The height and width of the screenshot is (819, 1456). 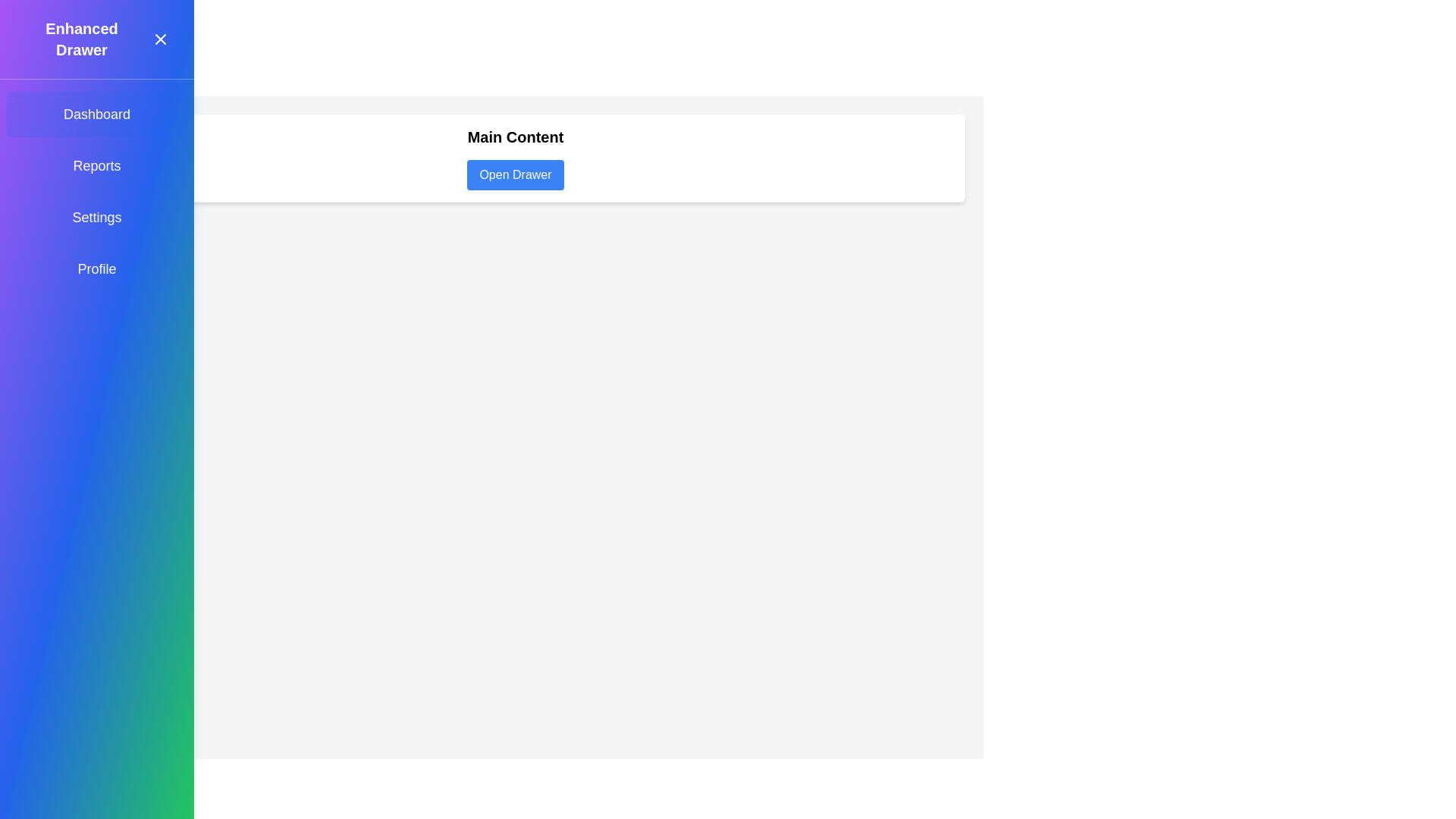 What do you see at coordinates (96, 268) in the screenshot?
I see `the menu item Profile from the drawer` at bounding box center [96, 268].